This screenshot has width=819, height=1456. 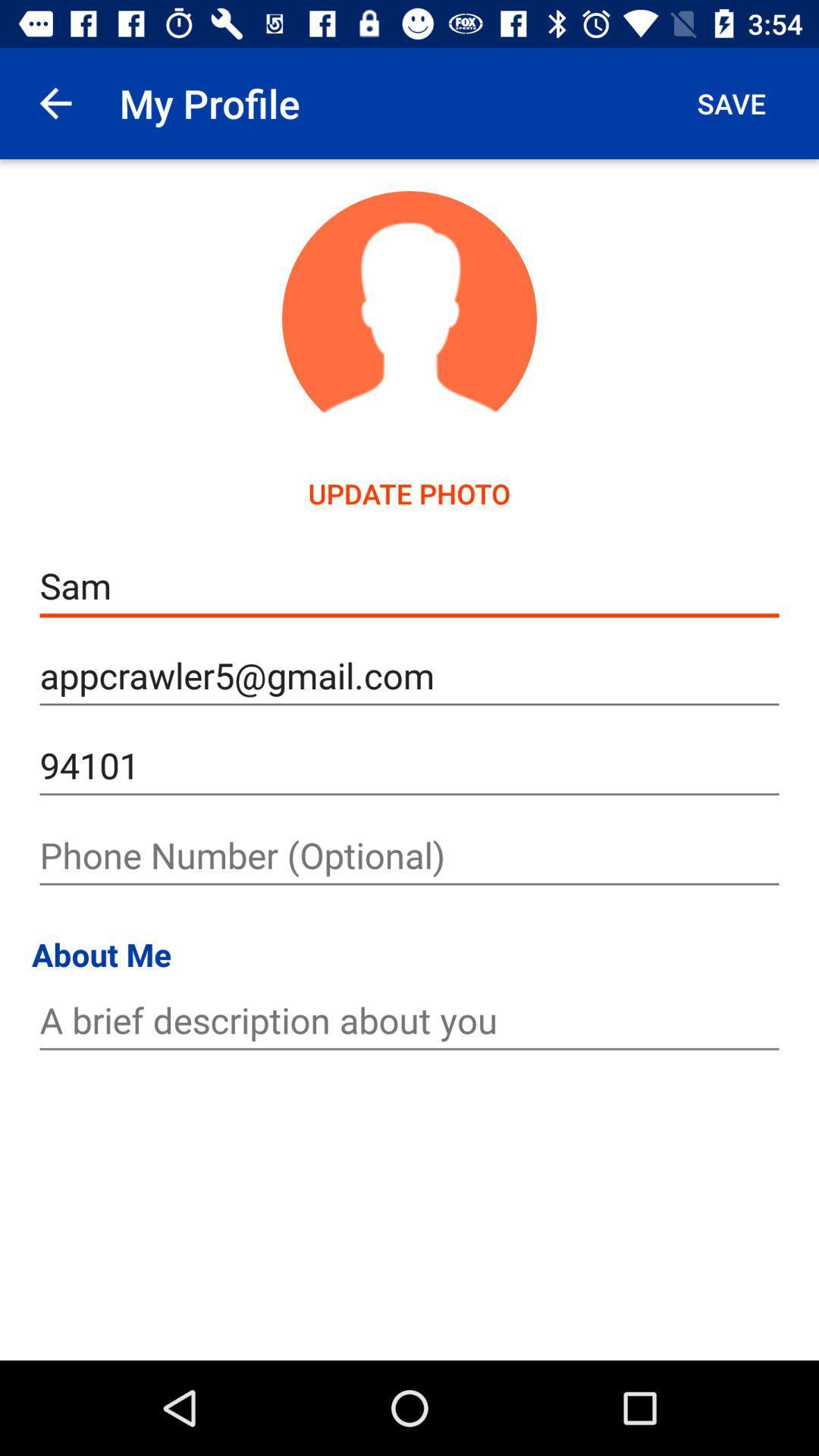 I want to click on app to the left of my profile icon, so click(x=55, y=102).